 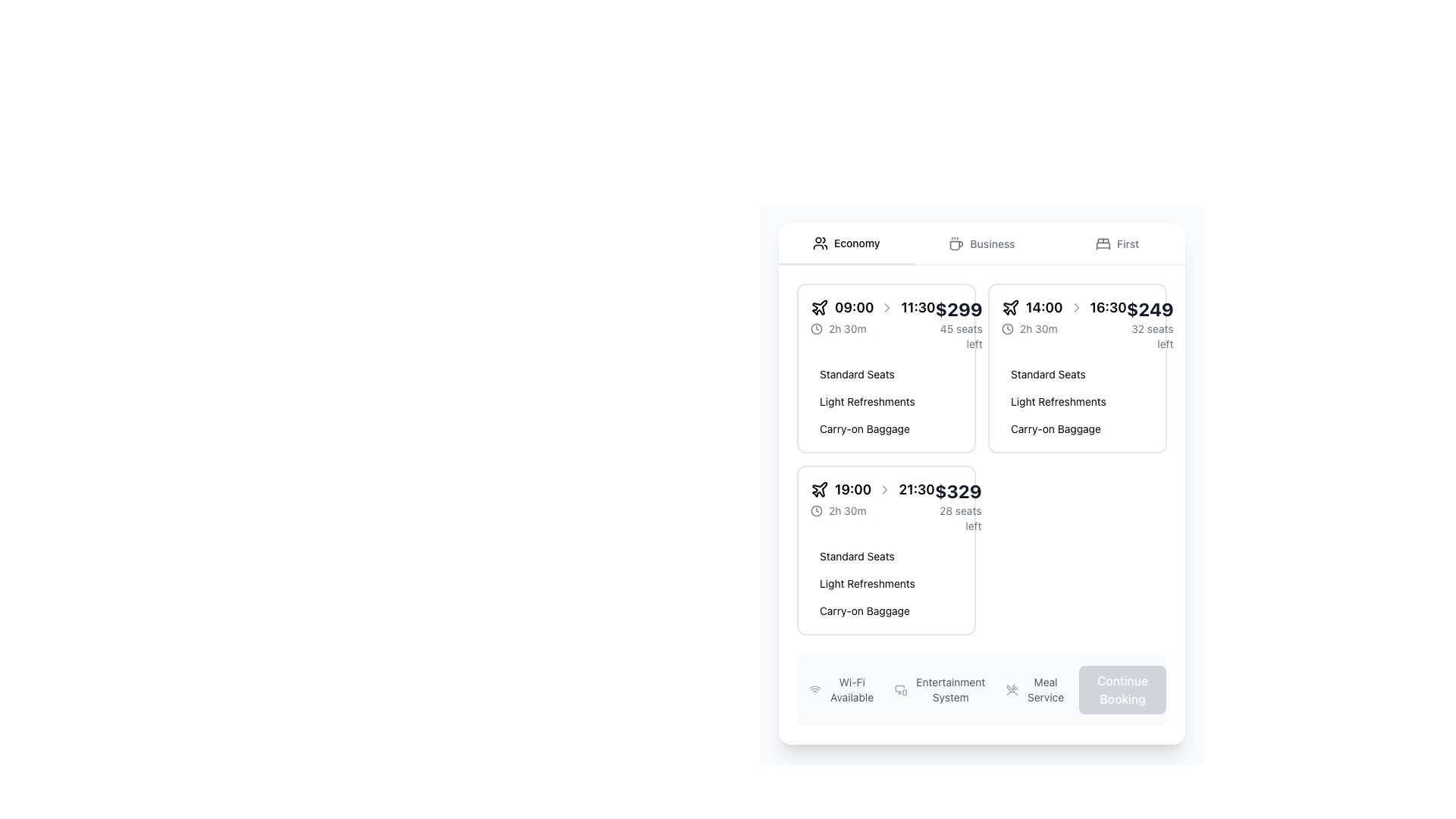 What do you see at coordinates (1063, 315) in the screenshot?
I see `the informational display component that shows flight duration and departure/arrival times` at bounding box center [1063, 315].